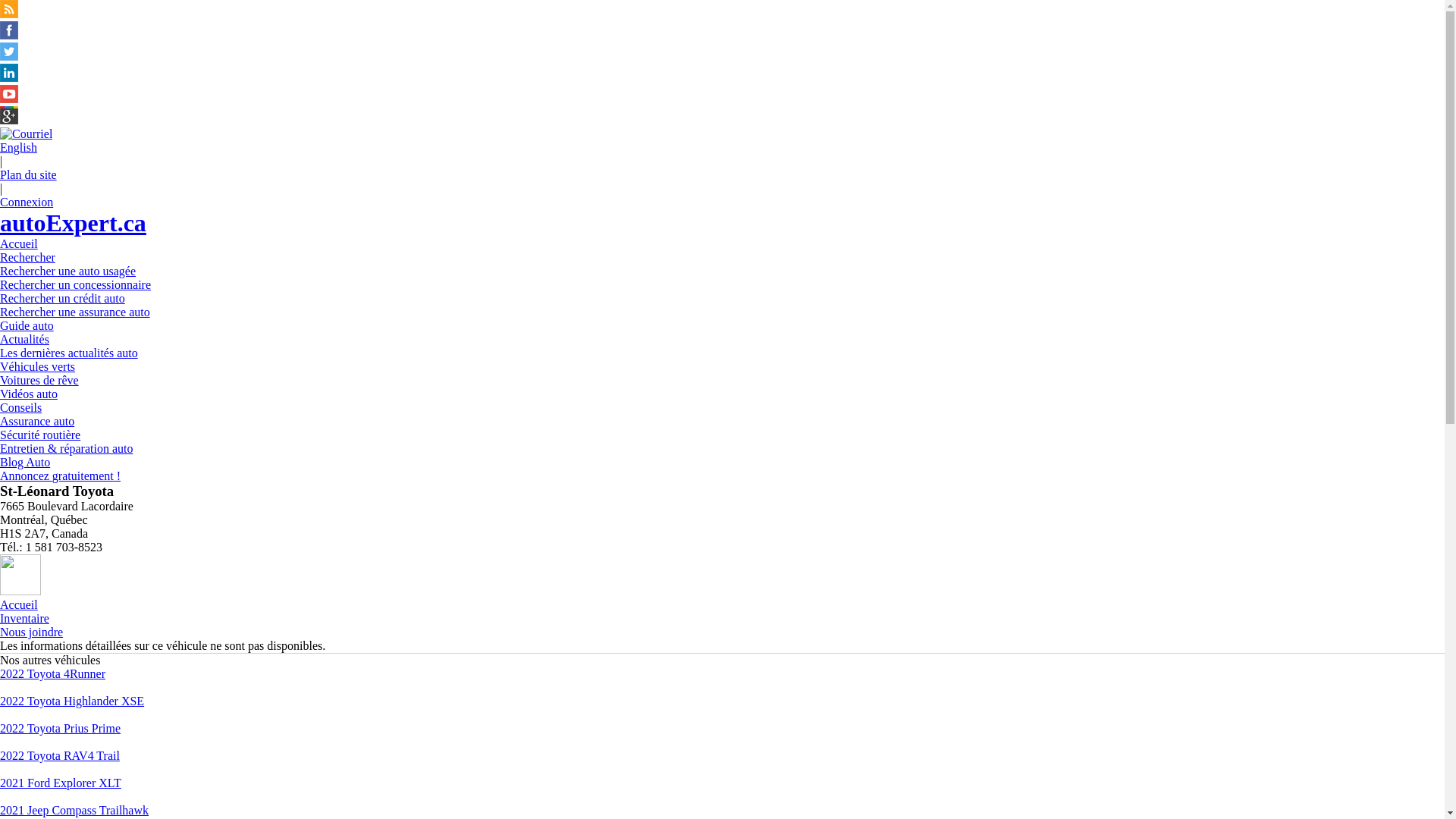 This screenshot has height=819, width=1456. I want to click on 'Rechercher une assurance auto', so click(74, 311).